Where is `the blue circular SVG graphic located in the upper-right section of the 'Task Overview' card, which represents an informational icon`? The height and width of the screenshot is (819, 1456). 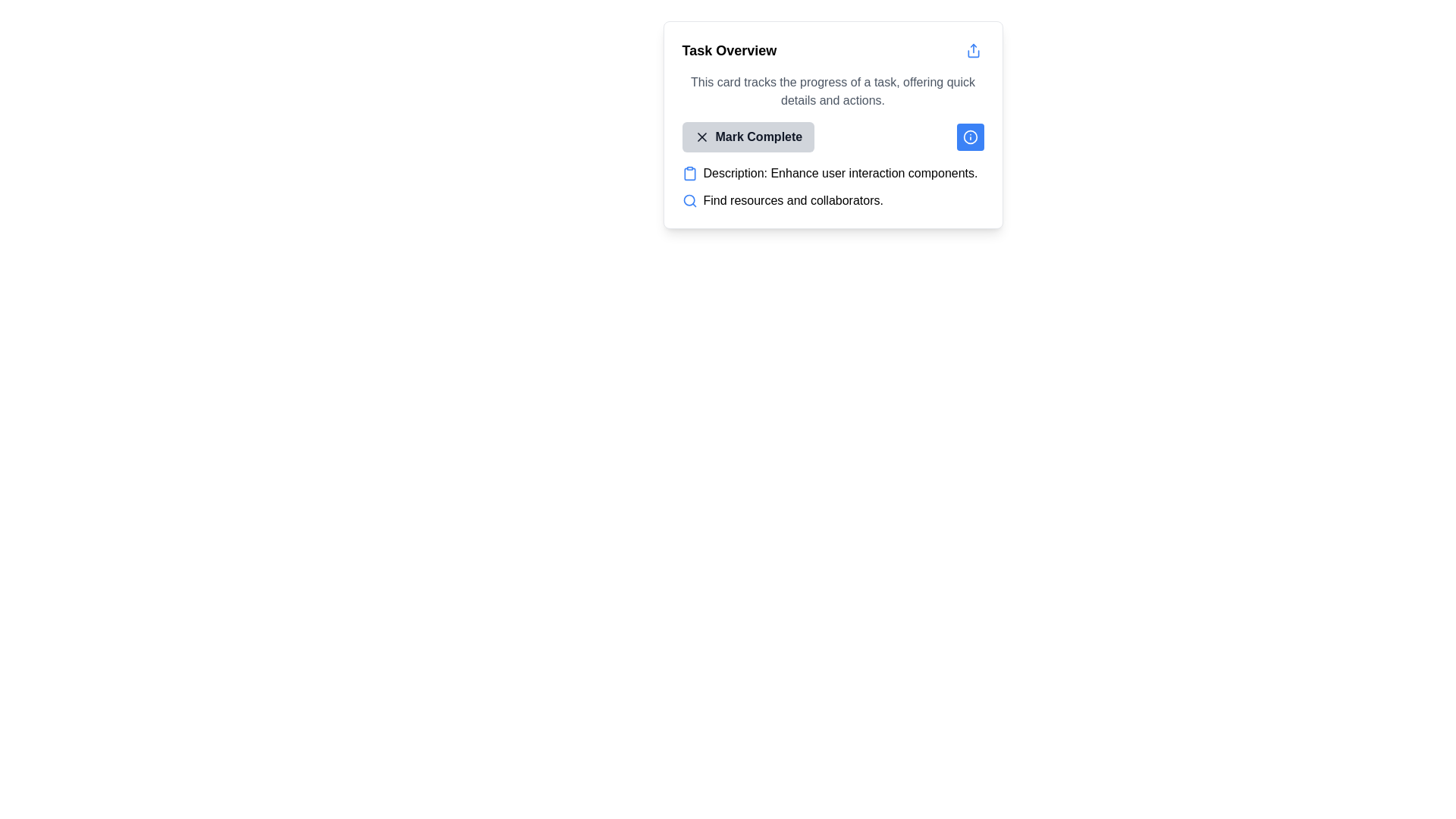 the blue circular SVG graphic located in the upper-right section of the 'Task Overview' card, which represents an informational icon is located at coordinates (969, 137).